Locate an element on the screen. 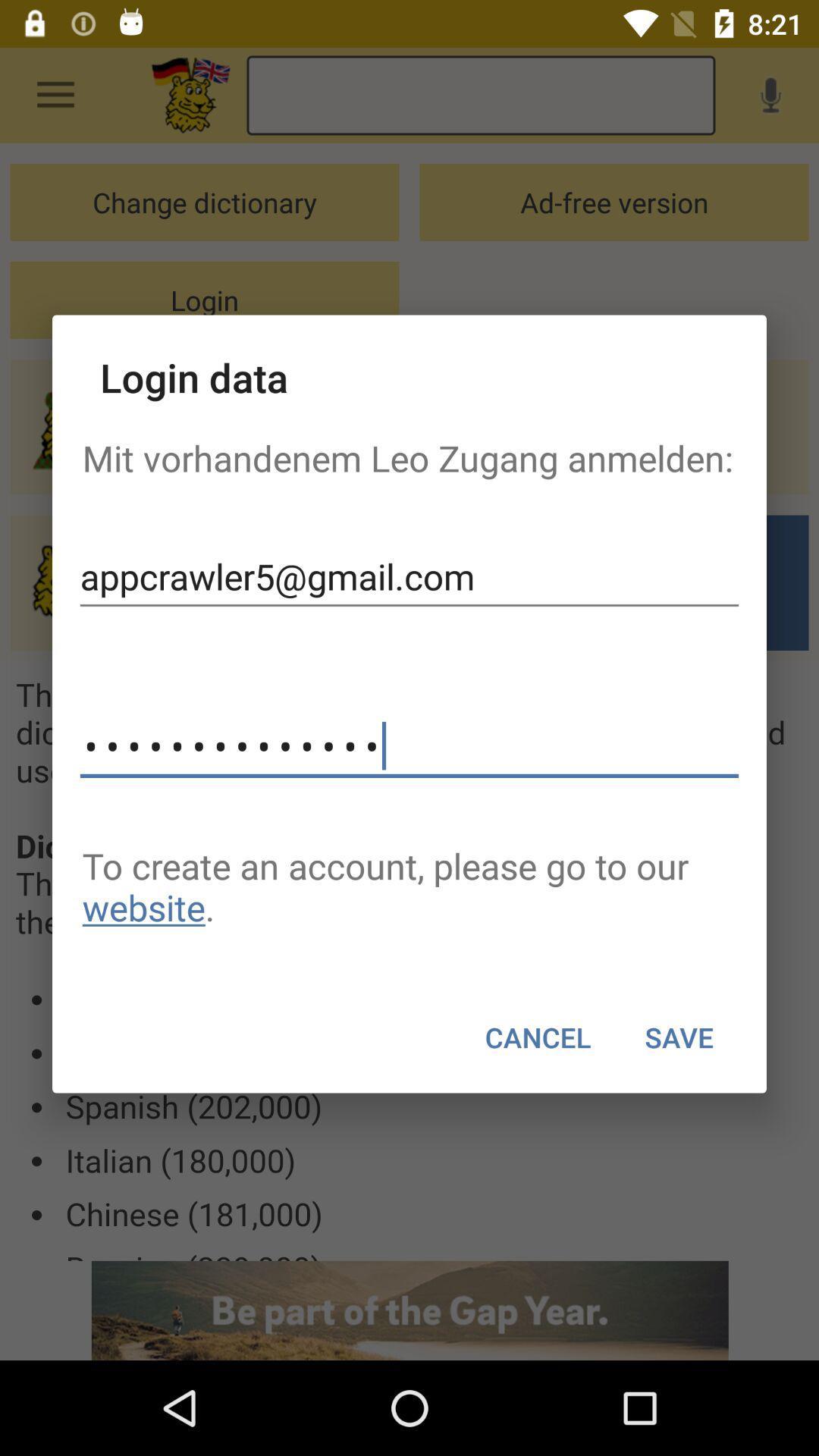 This screenshot has height=1456, width=819. item above the appcrawler3116 is located at coordinates (409, 576).